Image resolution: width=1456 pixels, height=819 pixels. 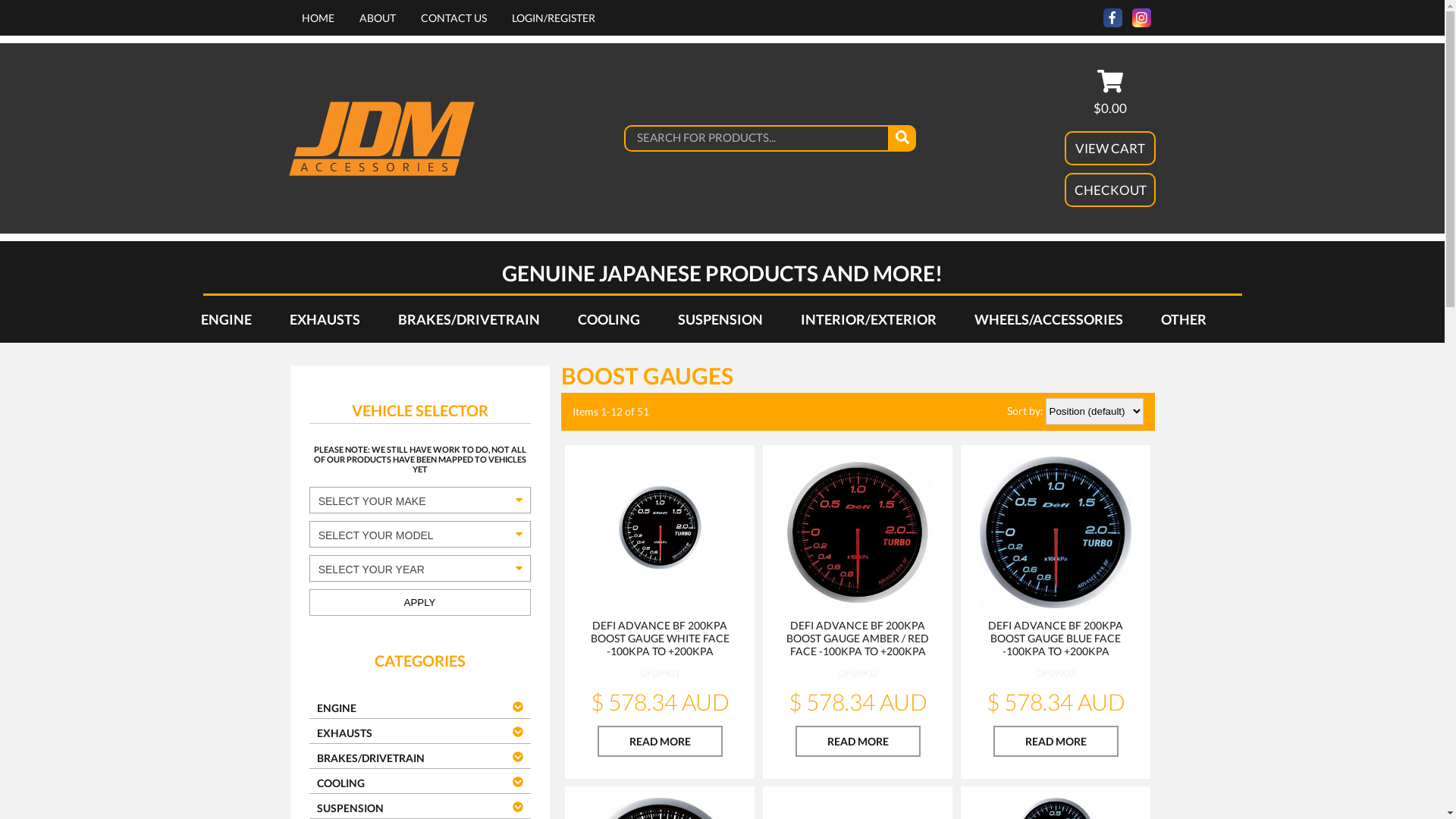 I want to click on 'CONTACT US', so click(x=419, y=17).